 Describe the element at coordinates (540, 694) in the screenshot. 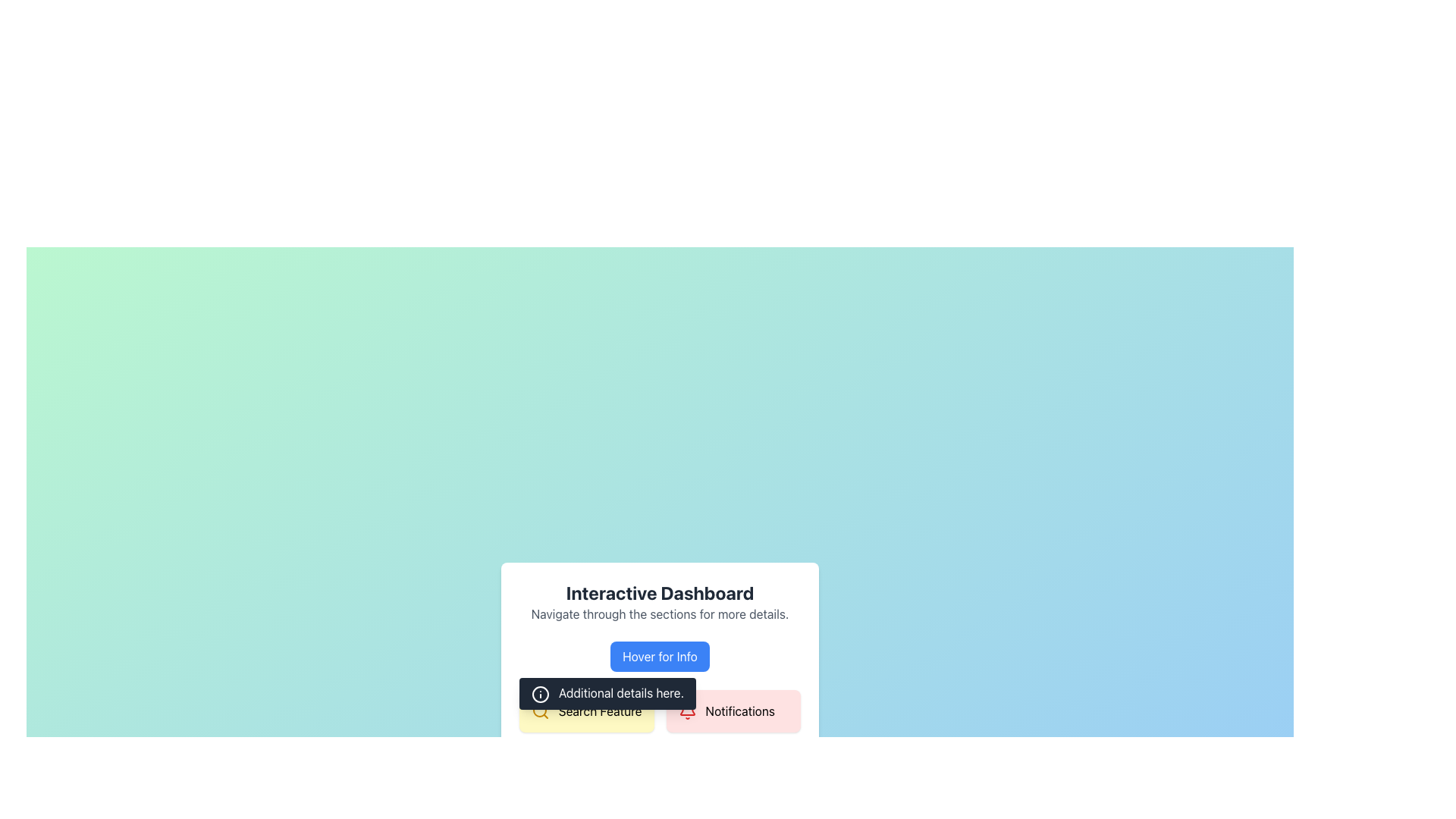

I see `the SVG circle icon that signifies information, located to the left of the tooltip labeled 'Additional details here'` at that location.